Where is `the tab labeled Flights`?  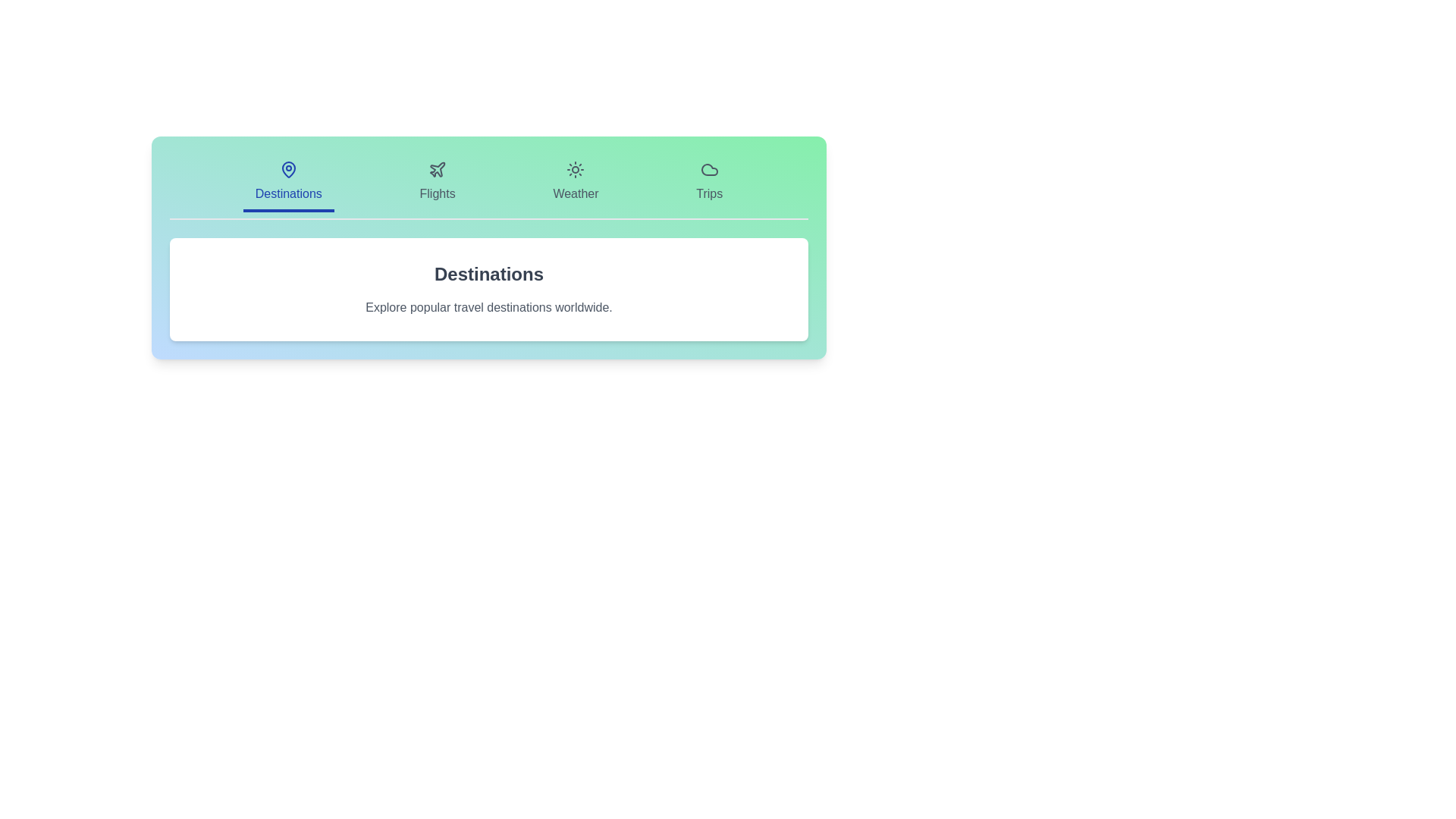
the tab labeled Flights is located at coordinates (437, 183).